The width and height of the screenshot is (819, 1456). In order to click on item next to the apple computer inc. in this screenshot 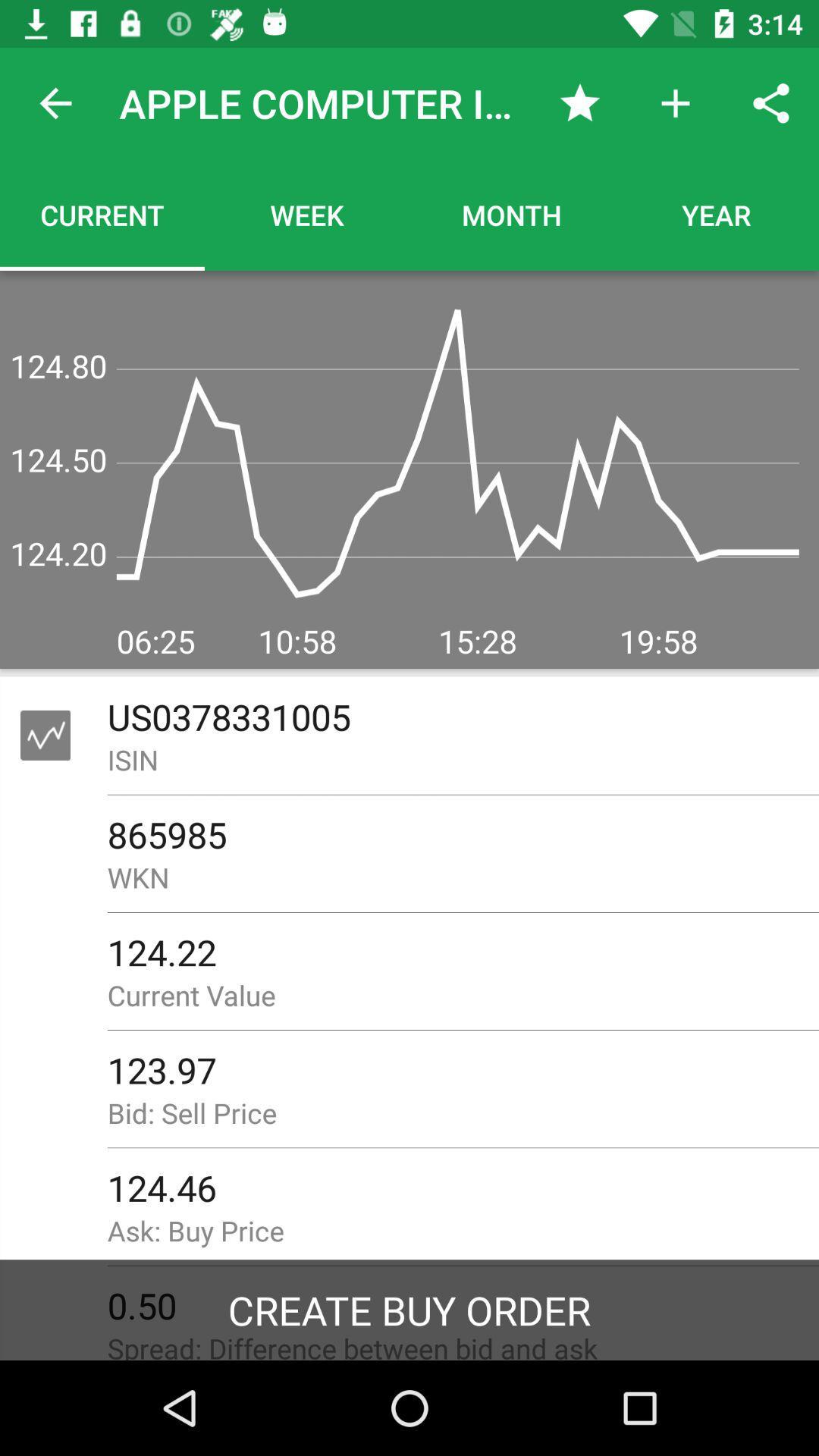, I will do `click(55, 102)`.